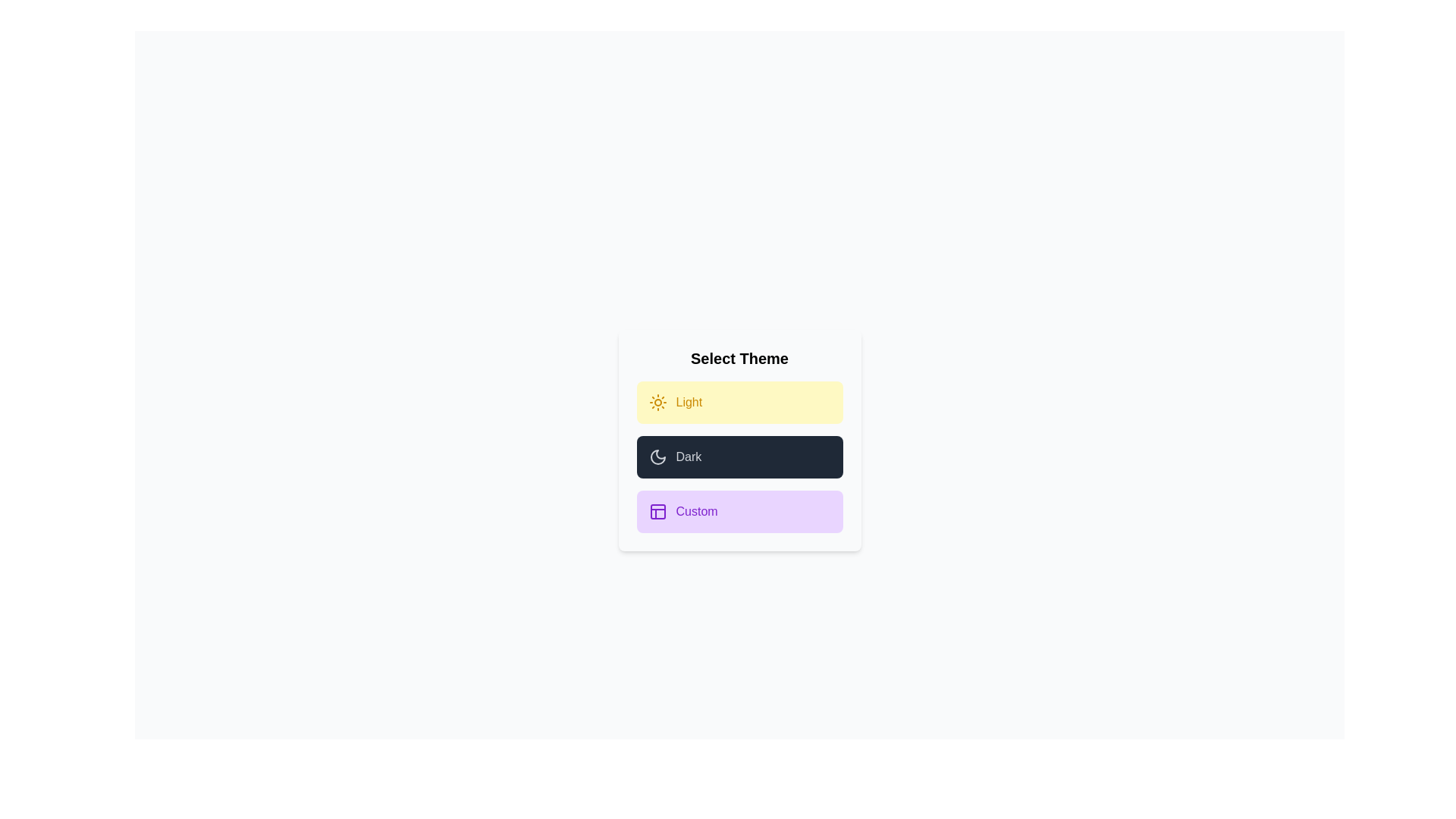  Describe the element at coordinates (657, 512) in the screenshot. I see `the solid rectangular shape with rounded corners located in the top-left sub-area of the square grid icon` at that location.